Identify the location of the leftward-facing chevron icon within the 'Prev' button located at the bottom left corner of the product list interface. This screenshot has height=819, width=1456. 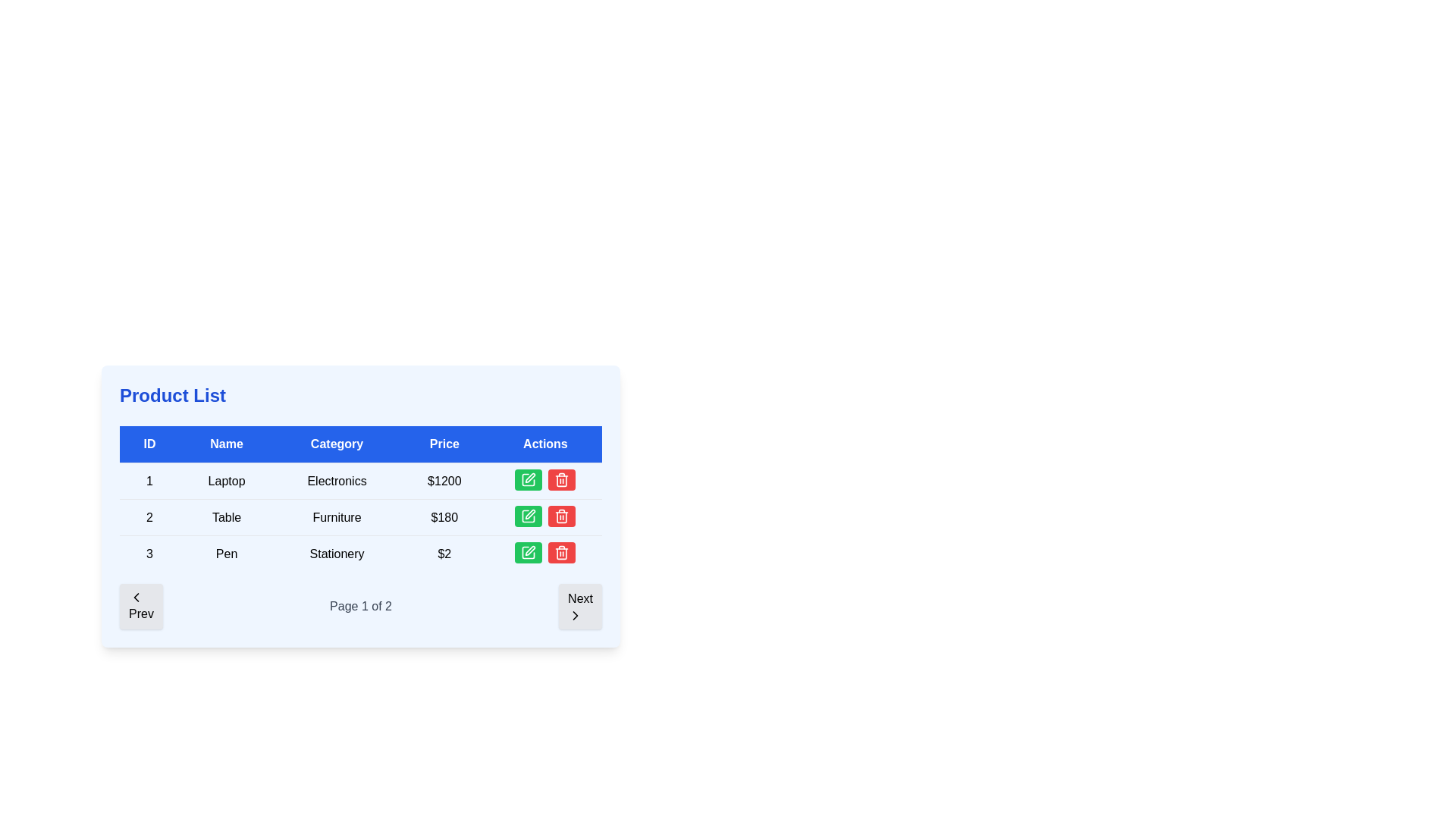
(136, 596).